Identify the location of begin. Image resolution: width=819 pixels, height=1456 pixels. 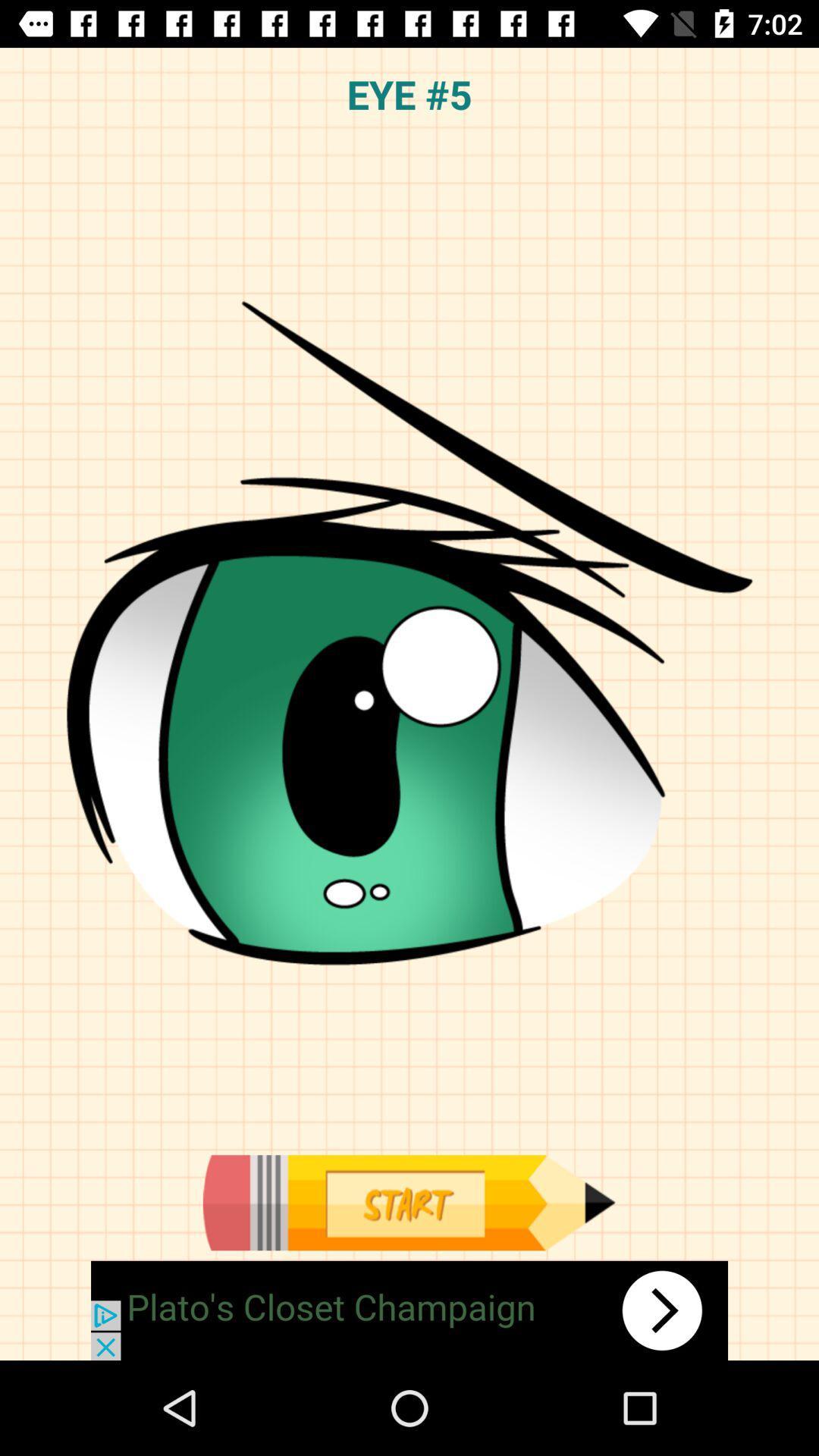
(408, 1202).